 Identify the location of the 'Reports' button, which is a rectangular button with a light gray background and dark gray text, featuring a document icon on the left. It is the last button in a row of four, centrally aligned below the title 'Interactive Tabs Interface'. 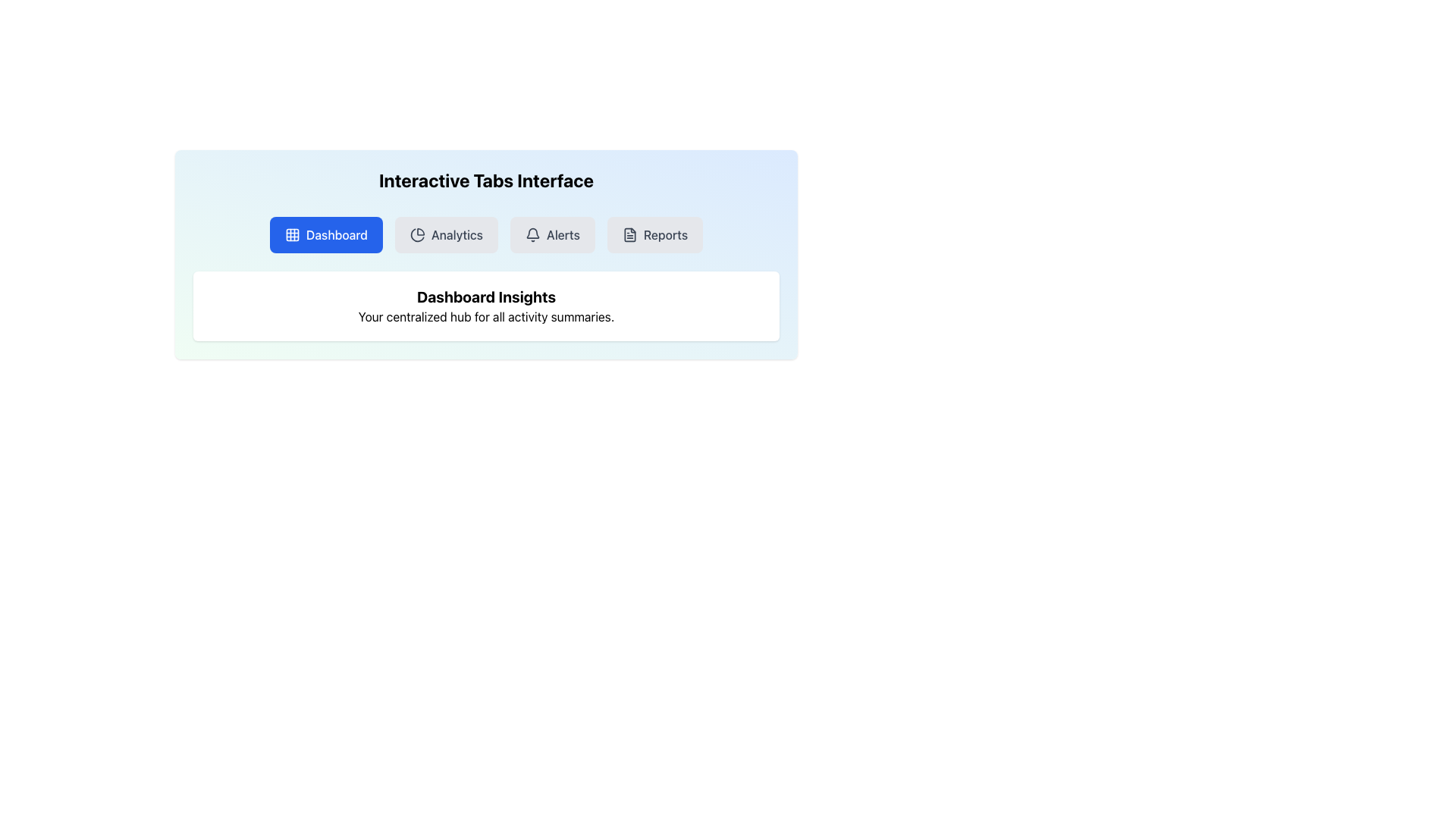
(655, 234).